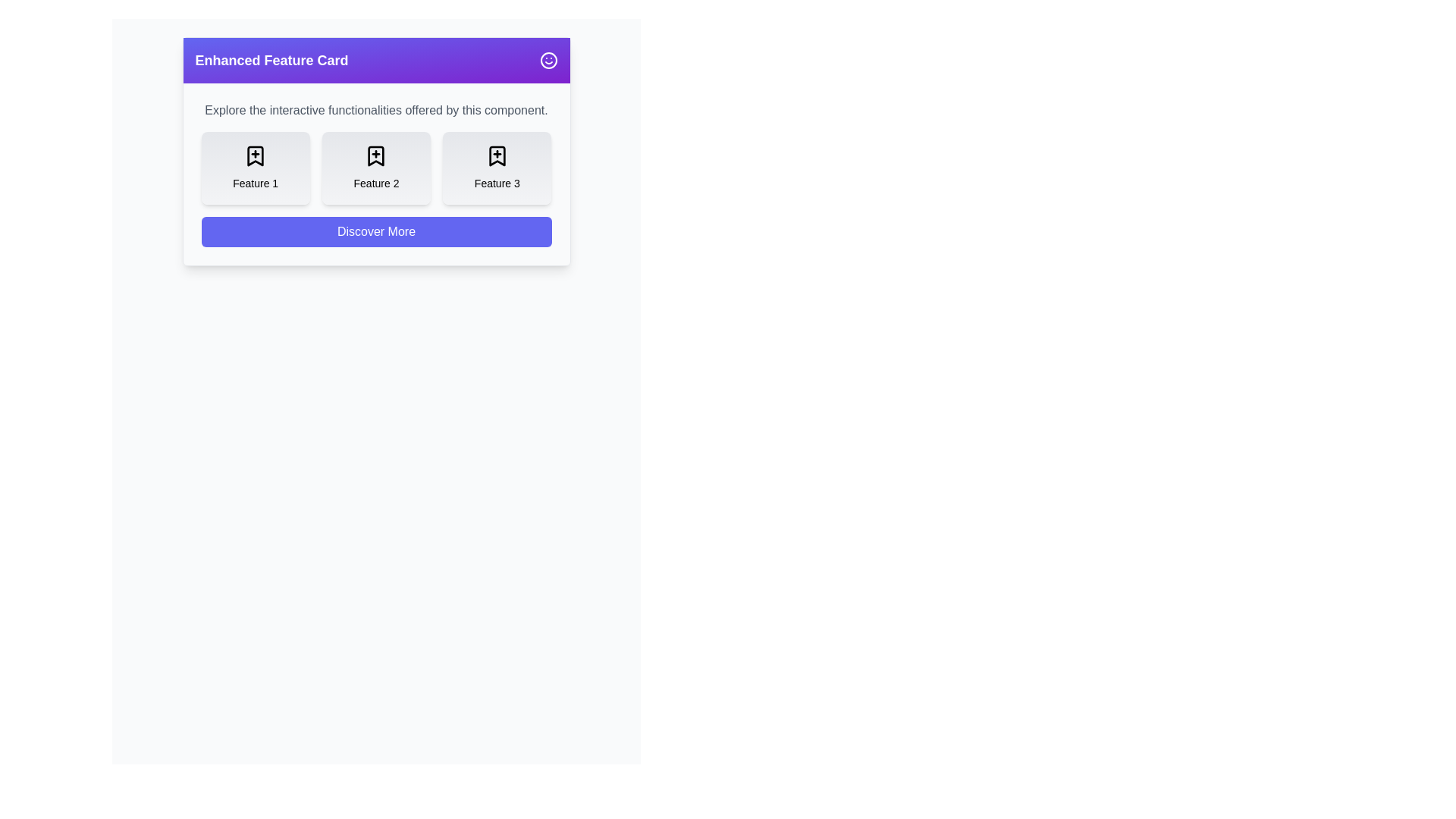 The width and height of the screenshot is (1456, 819). What do you see at coordinates (497, 155) in the screenshot?
I see `the filled bookmark-shaped icon with a '+' symbol located in the third column of the feature icons beneath the 'Enhanced Feature Card' section` at bounding box center [497, 155].